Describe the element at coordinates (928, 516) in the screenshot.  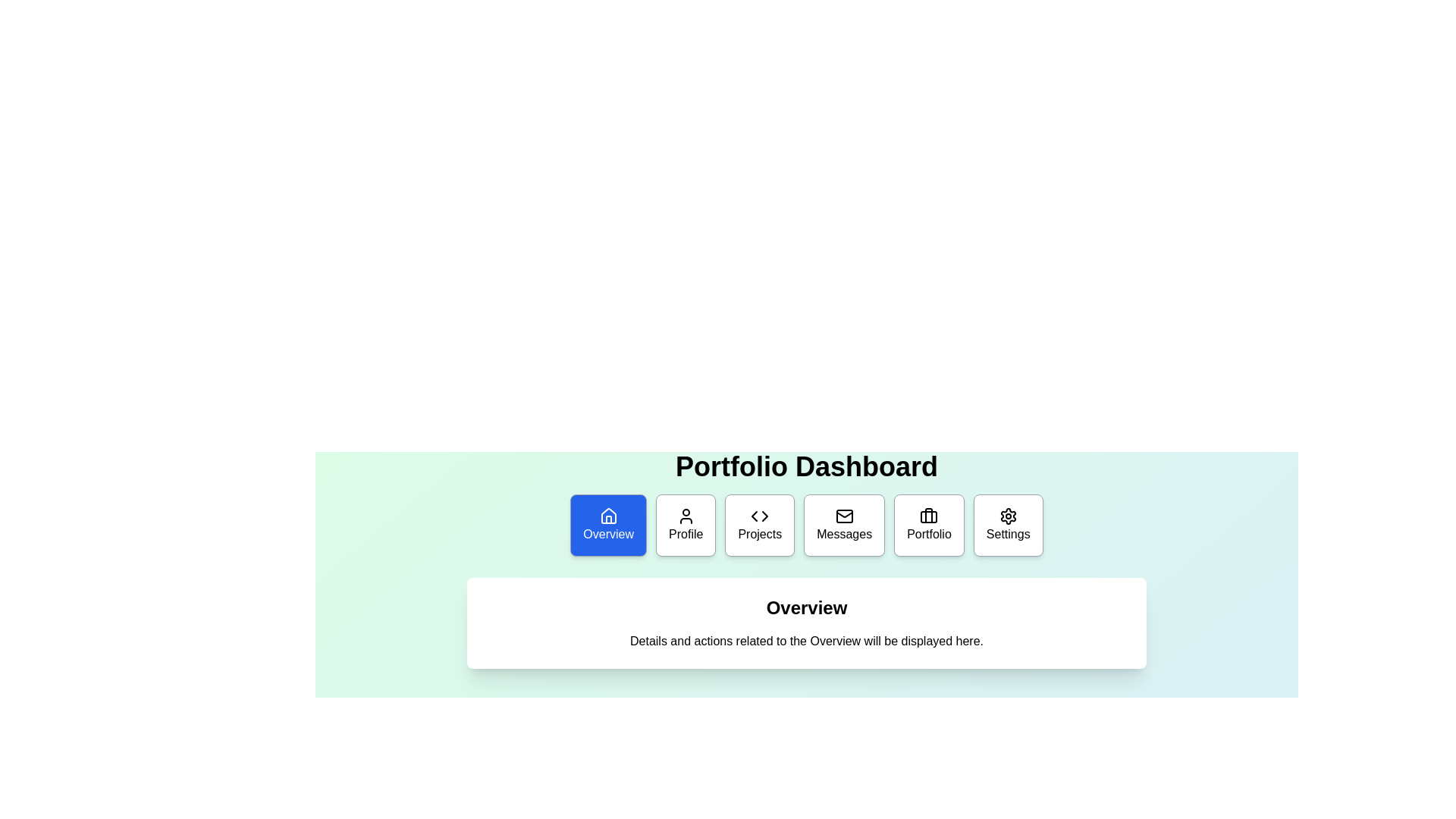
I see `the 'Portfolio' tile icon, which is centrally located within the tile labeled 'Portfolio' in the horizontal menu` at that location.